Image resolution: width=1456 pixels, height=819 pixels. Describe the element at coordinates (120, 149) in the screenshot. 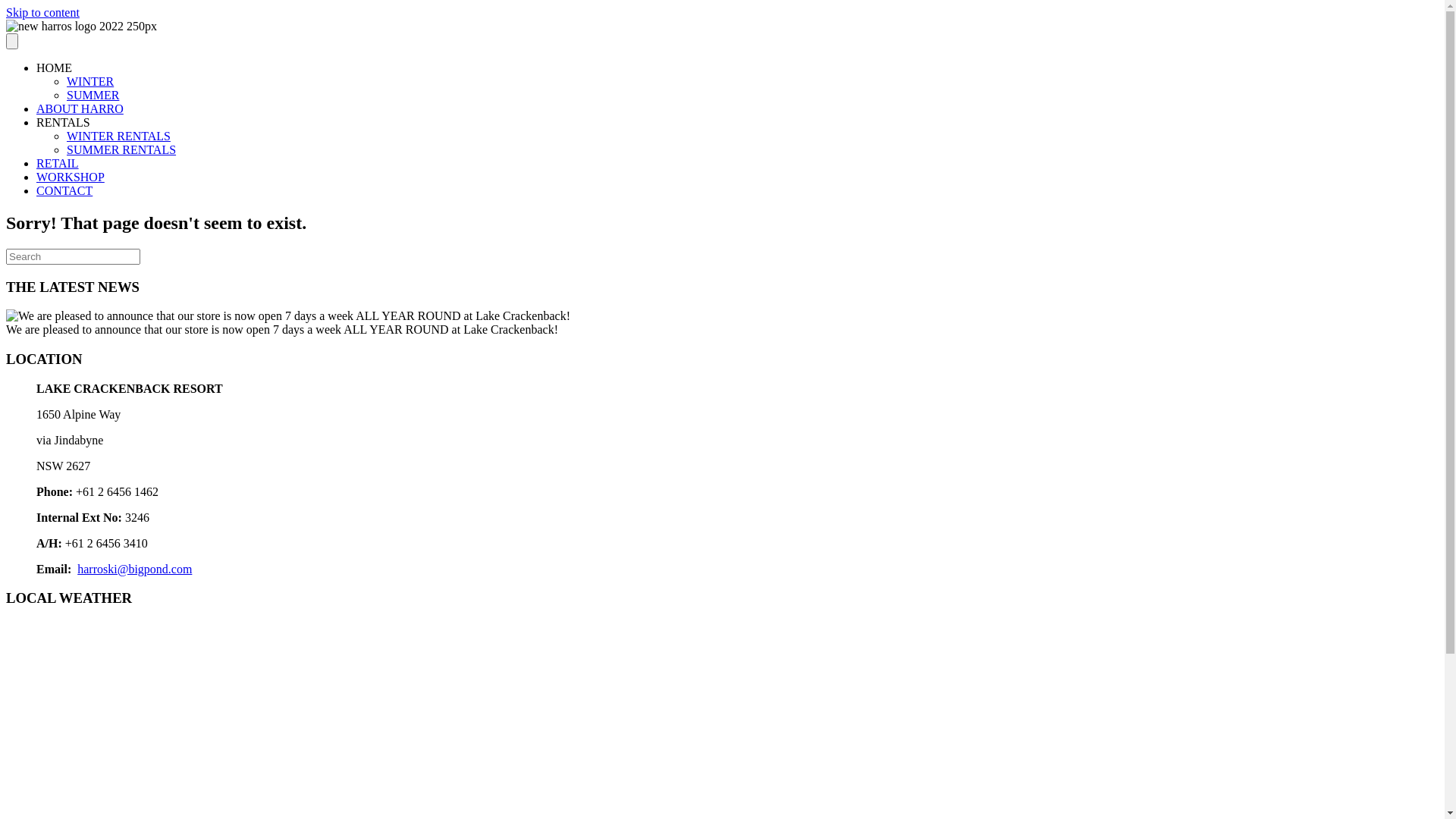

I see `'SUMMER RENTALS'` at that location.